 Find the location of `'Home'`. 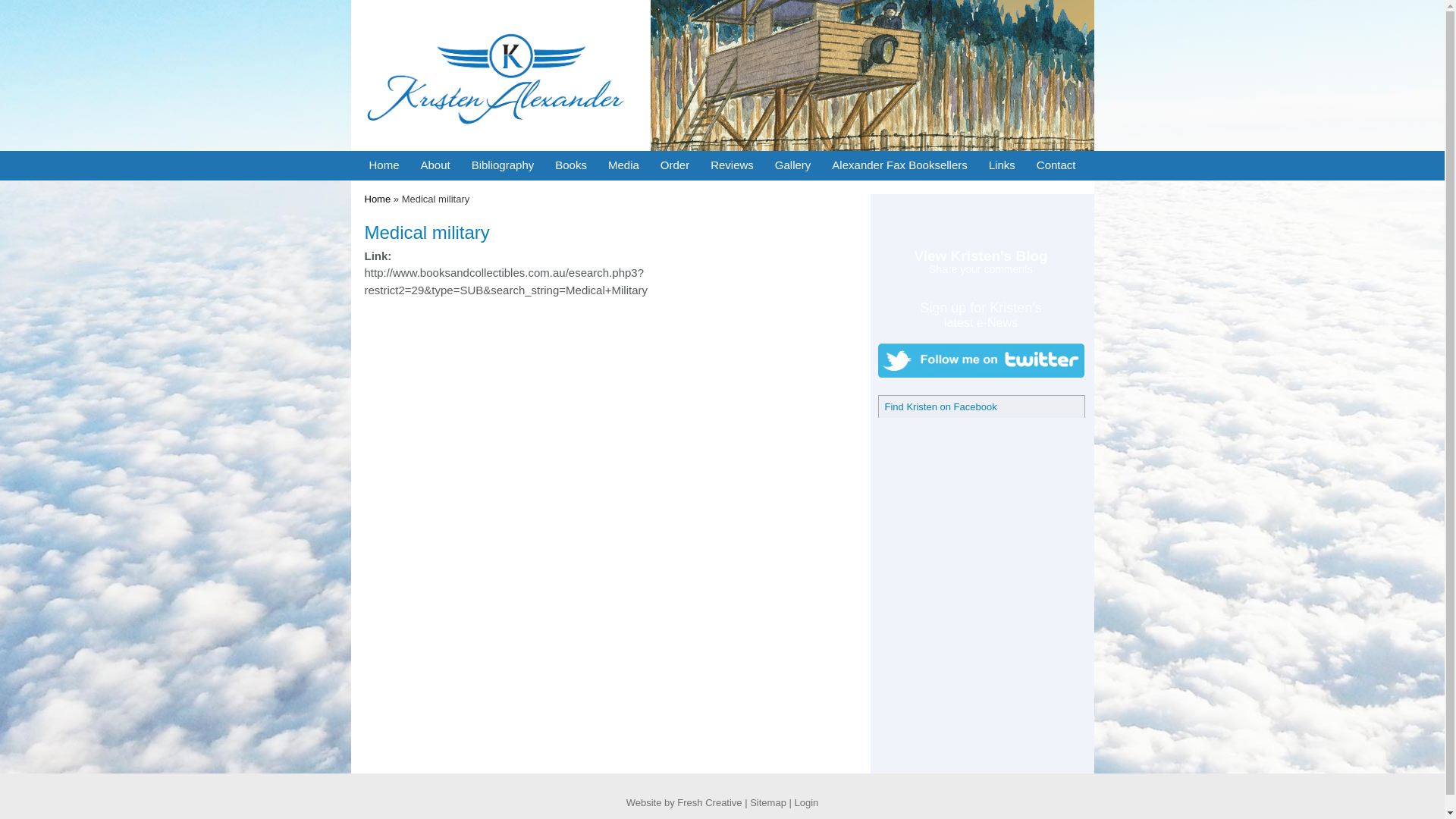

'Home' is located at coordinates (377, 198).